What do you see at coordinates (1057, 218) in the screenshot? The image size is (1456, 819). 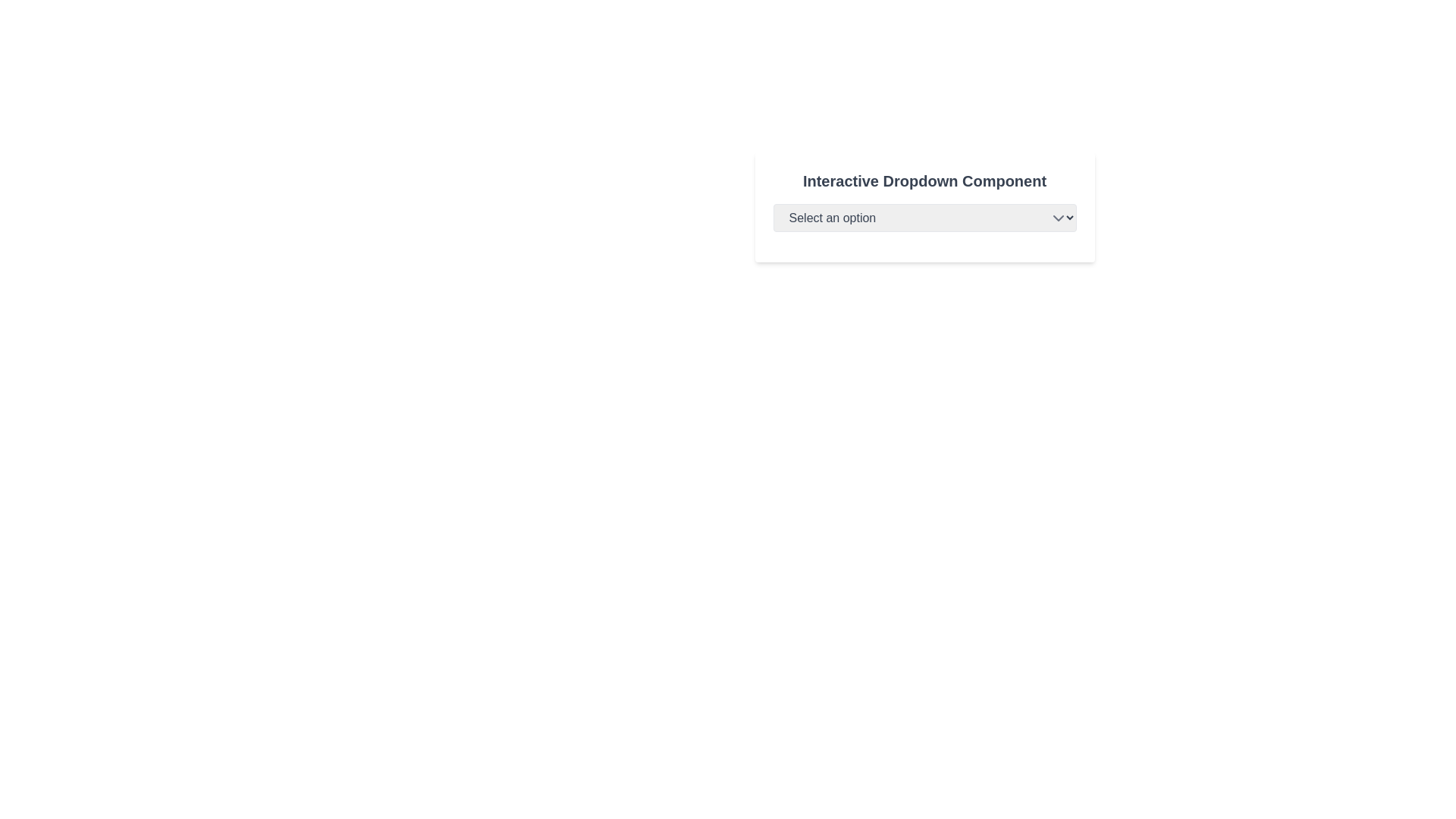 I see `the chevron icon located inside the dropdown field labeled 'Select an option'` at bounding box center [1057, 218].